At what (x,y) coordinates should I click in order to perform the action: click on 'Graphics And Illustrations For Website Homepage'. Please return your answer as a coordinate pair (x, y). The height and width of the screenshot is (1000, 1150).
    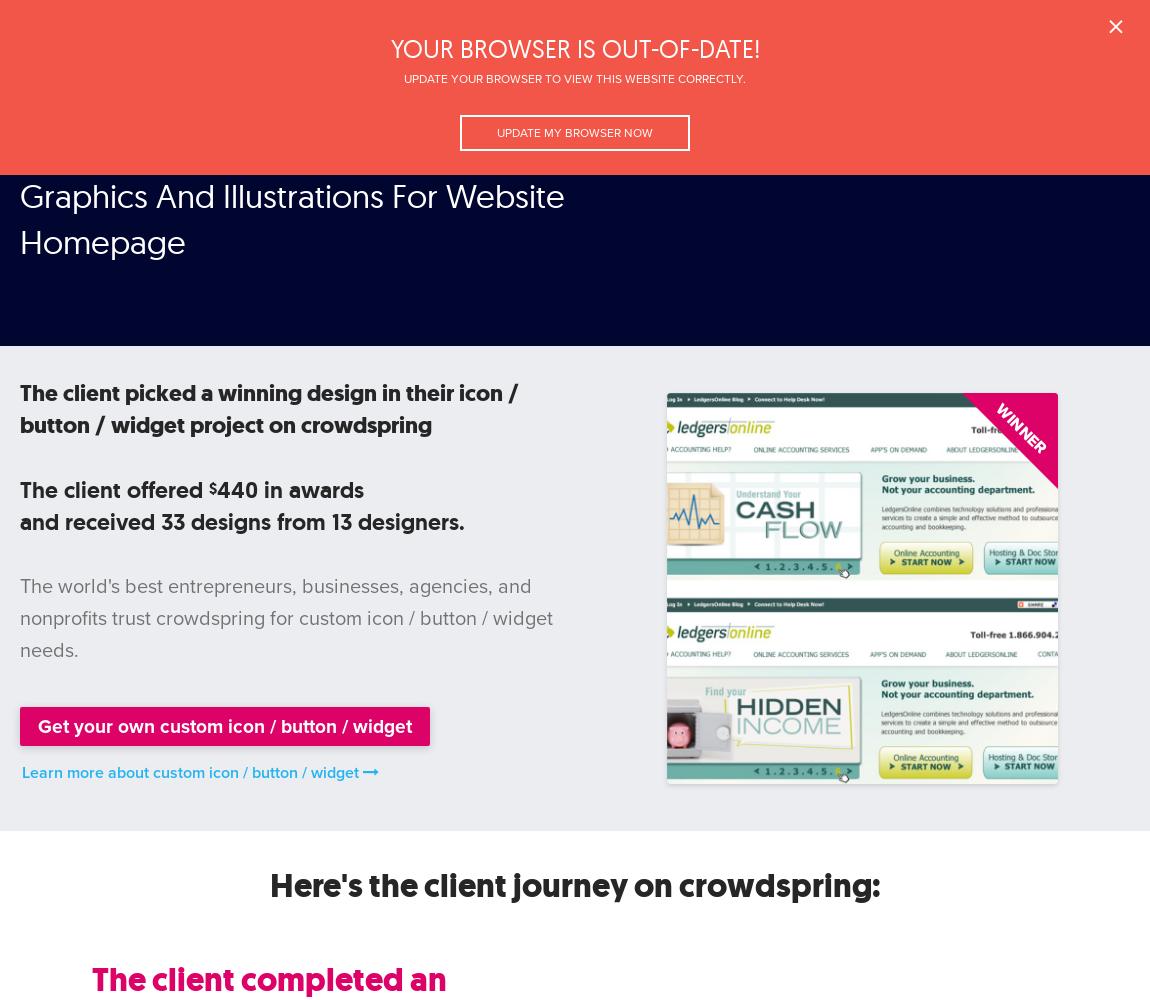
    Looking at the image, I should click on (292, 217).